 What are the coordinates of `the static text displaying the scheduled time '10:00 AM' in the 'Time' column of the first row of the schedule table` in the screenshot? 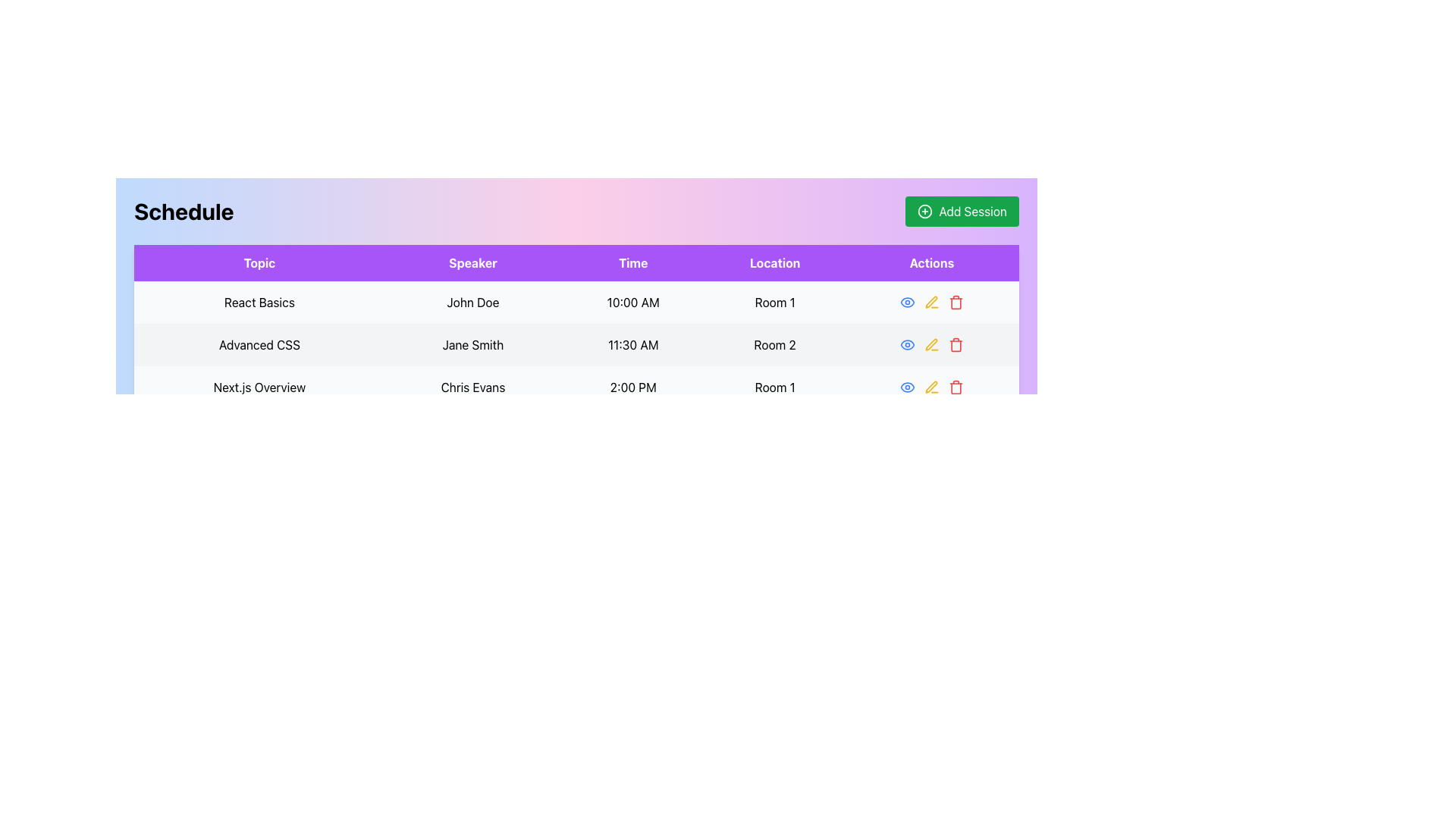 It's located at (633, 302).